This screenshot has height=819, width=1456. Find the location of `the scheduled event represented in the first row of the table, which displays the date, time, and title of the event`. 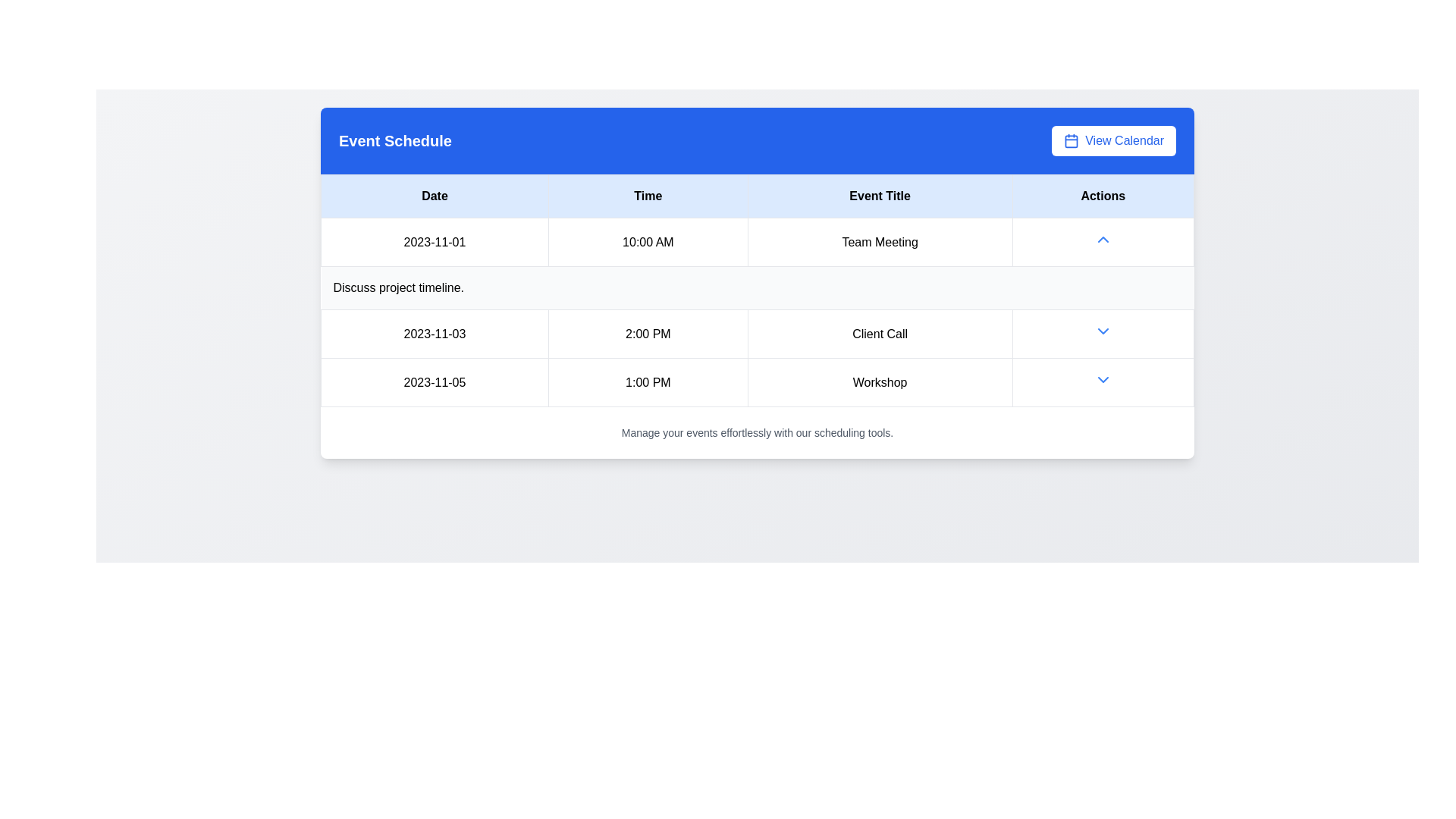

the scheduled event represented in the first row of the table, which displays the date, time, and title of the event is located at coordinates (757, 241).